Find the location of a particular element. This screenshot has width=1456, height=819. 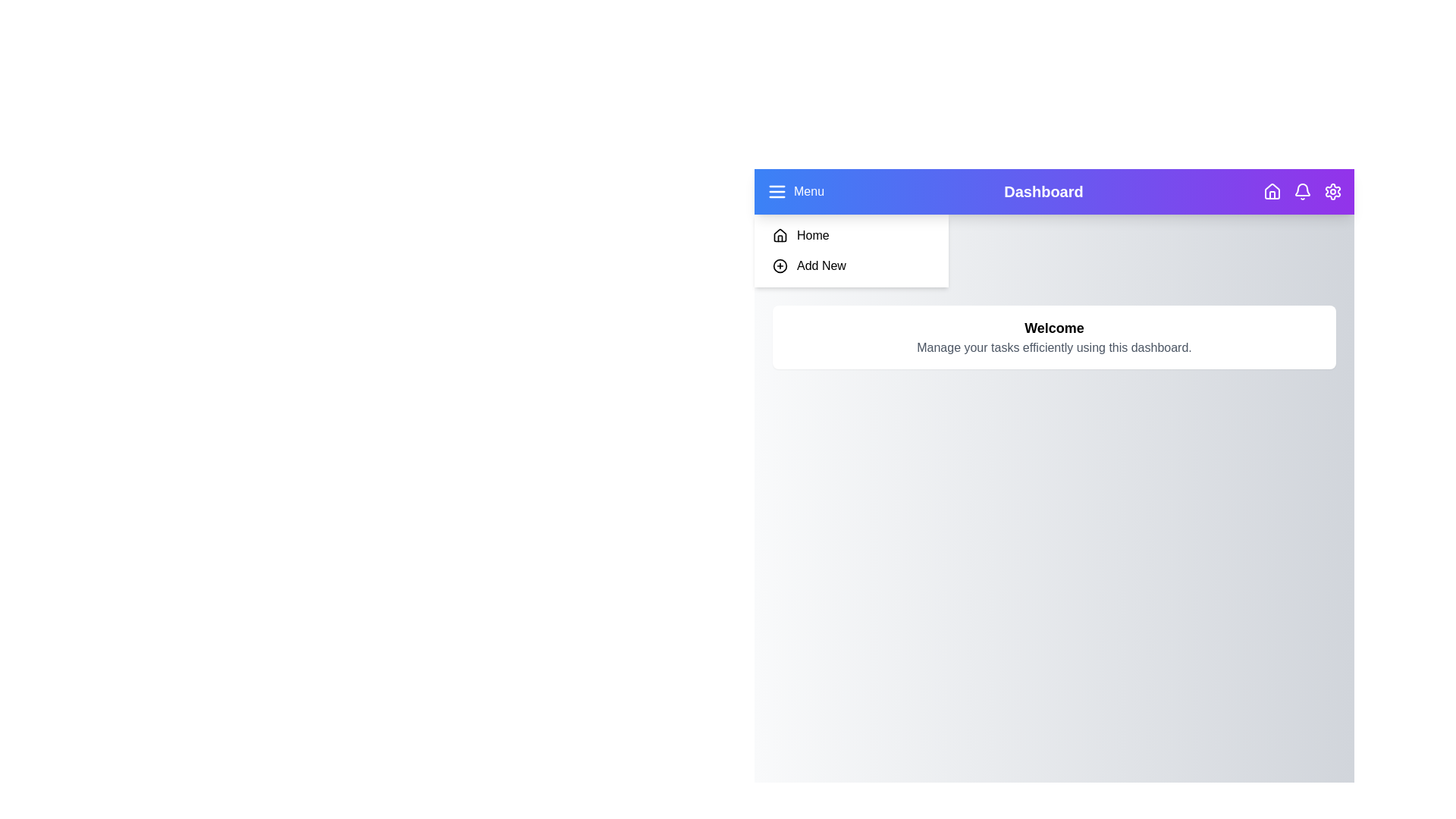

the 'Bell' icon to access notifications is located at coordinates (1302, 191).